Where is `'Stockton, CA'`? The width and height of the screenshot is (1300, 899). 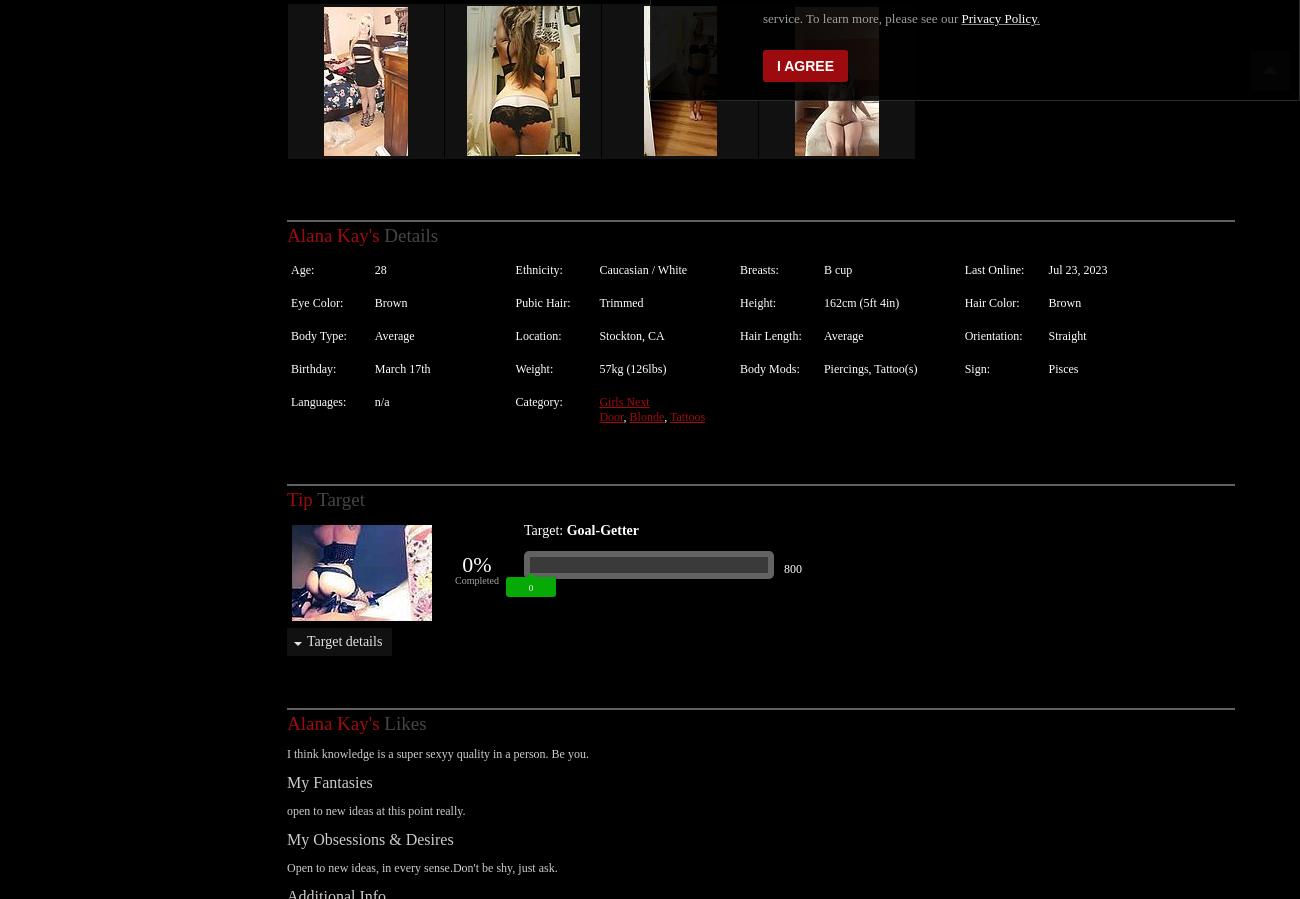
'Stockton, CA' is located at coordinates (631, 313).